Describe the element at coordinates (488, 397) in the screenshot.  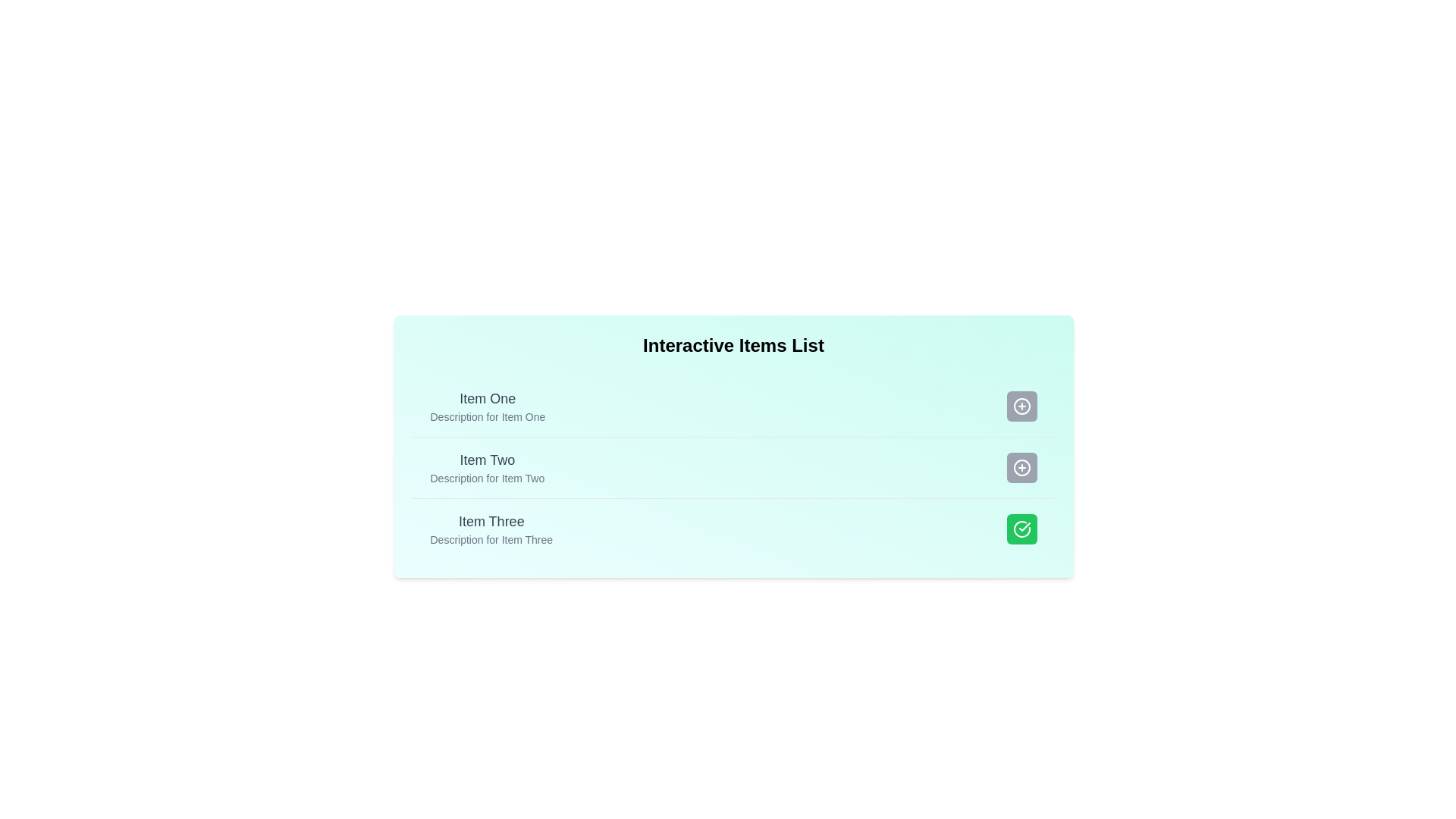
I see `the title or description of Item One to observe the tooltip or effect` at that location.